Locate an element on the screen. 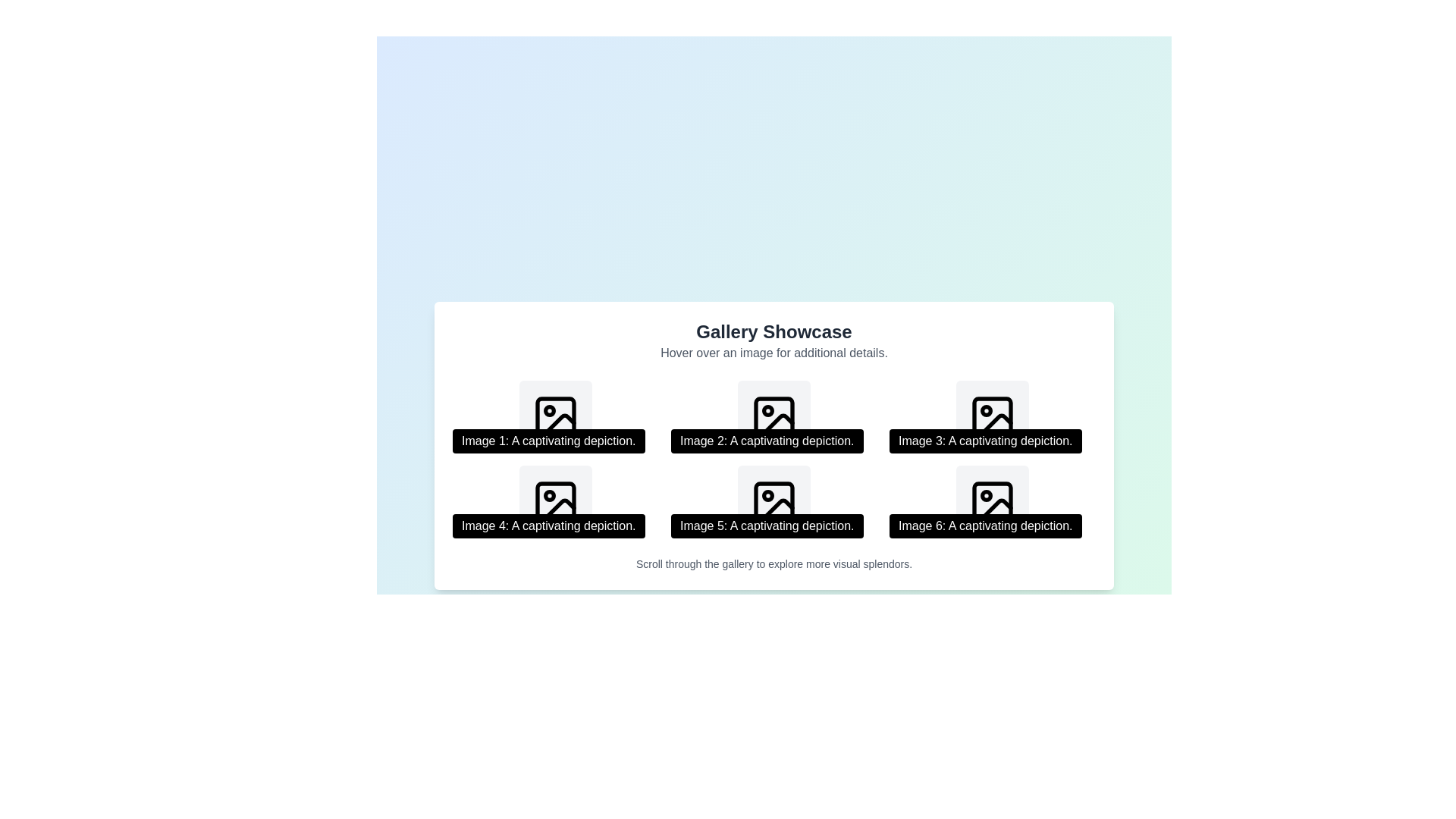 This screenshot has width=1456, height=819. caption of the image placeholder labeled 'Image 6: A captivating depiction.' which is located in the third column of the second row in a grid layout is located at coordinates (993, 502).